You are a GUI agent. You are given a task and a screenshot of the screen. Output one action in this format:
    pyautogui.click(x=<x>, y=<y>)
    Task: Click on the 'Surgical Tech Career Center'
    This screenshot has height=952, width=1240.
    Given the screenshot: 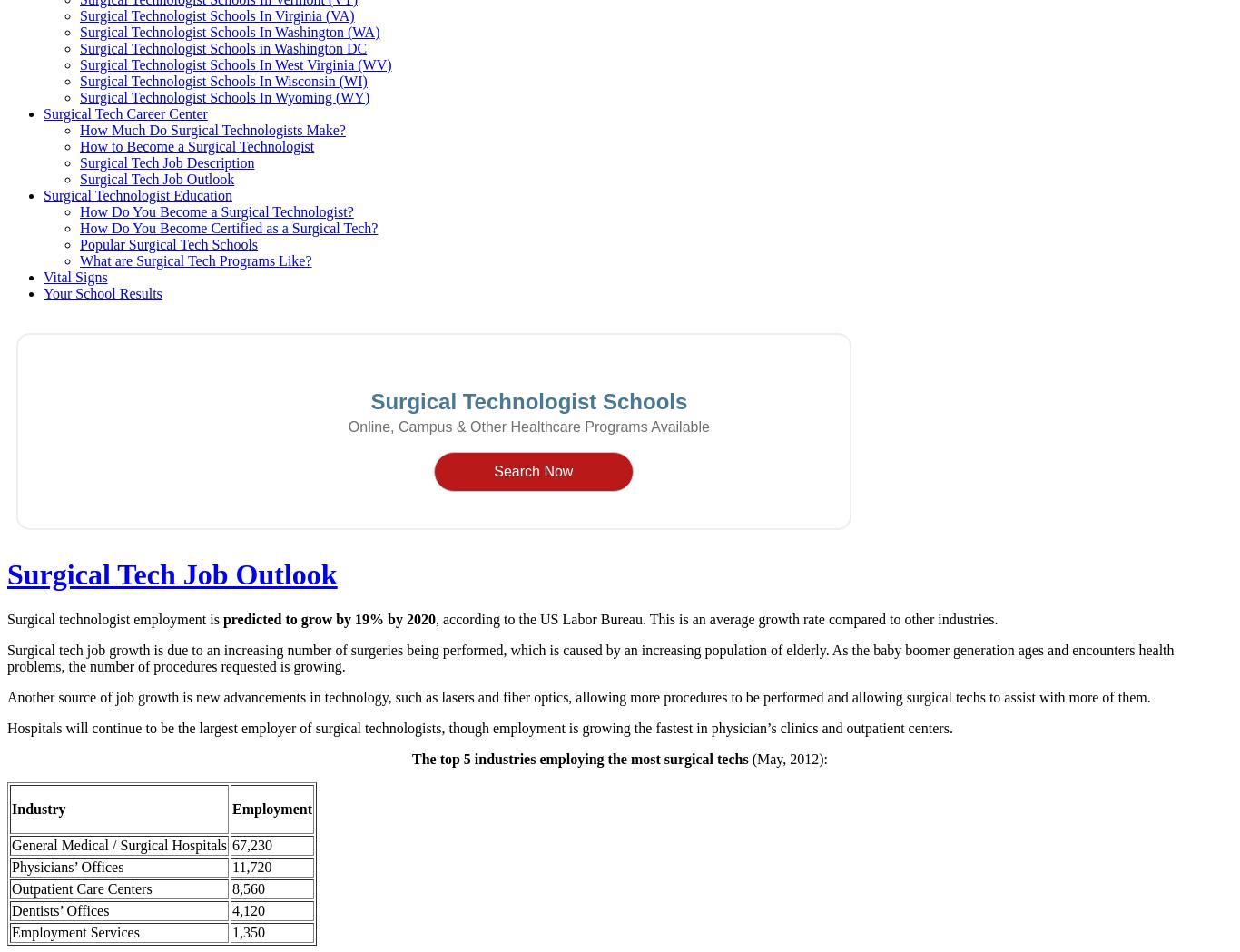 What is the action you would take?
    pyautogui.click(x=43, y=113)
    